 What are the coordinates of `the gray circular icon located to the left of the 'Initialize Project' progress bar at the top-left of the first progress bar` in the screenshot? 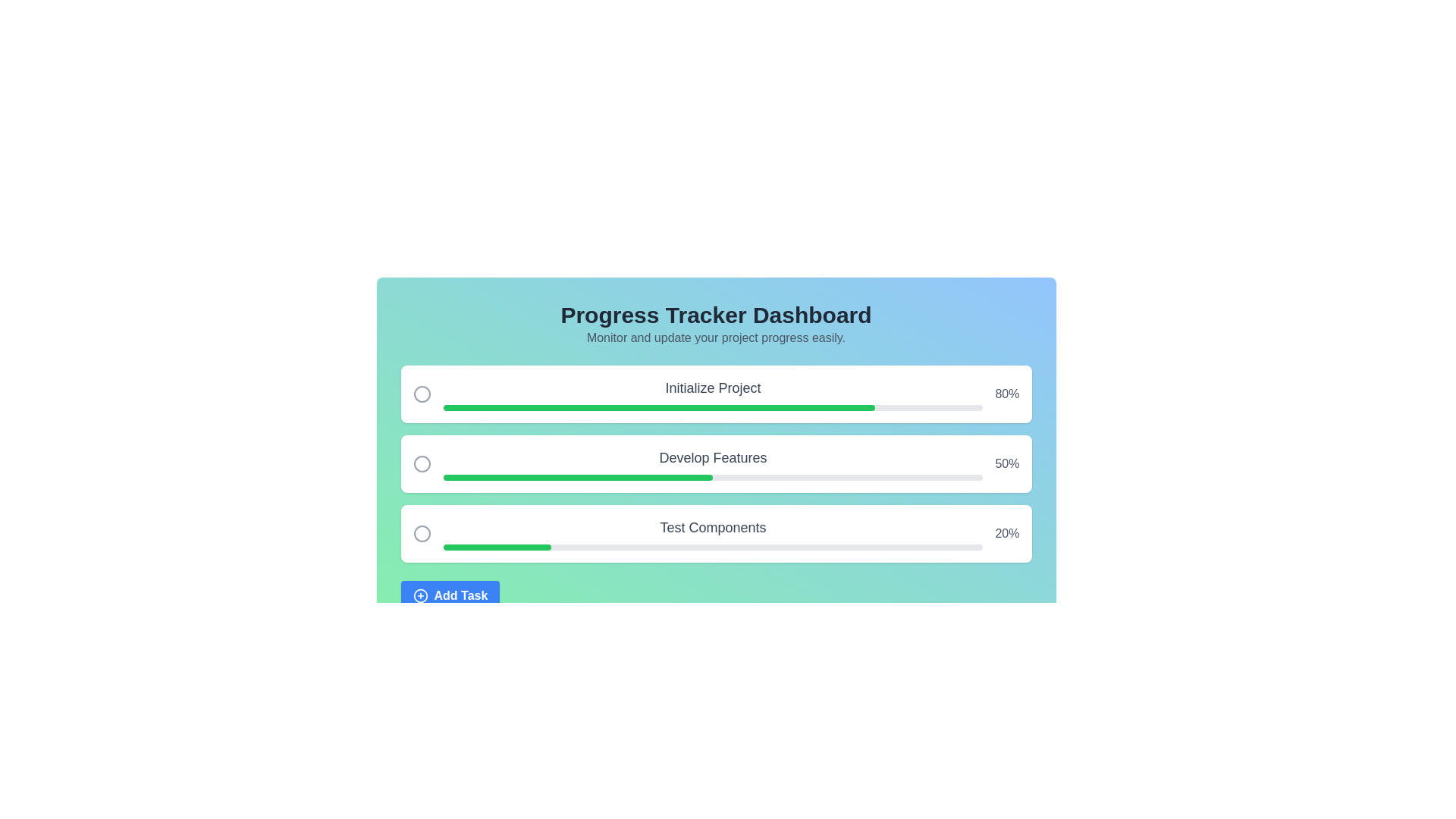 It's located at (422, 394).